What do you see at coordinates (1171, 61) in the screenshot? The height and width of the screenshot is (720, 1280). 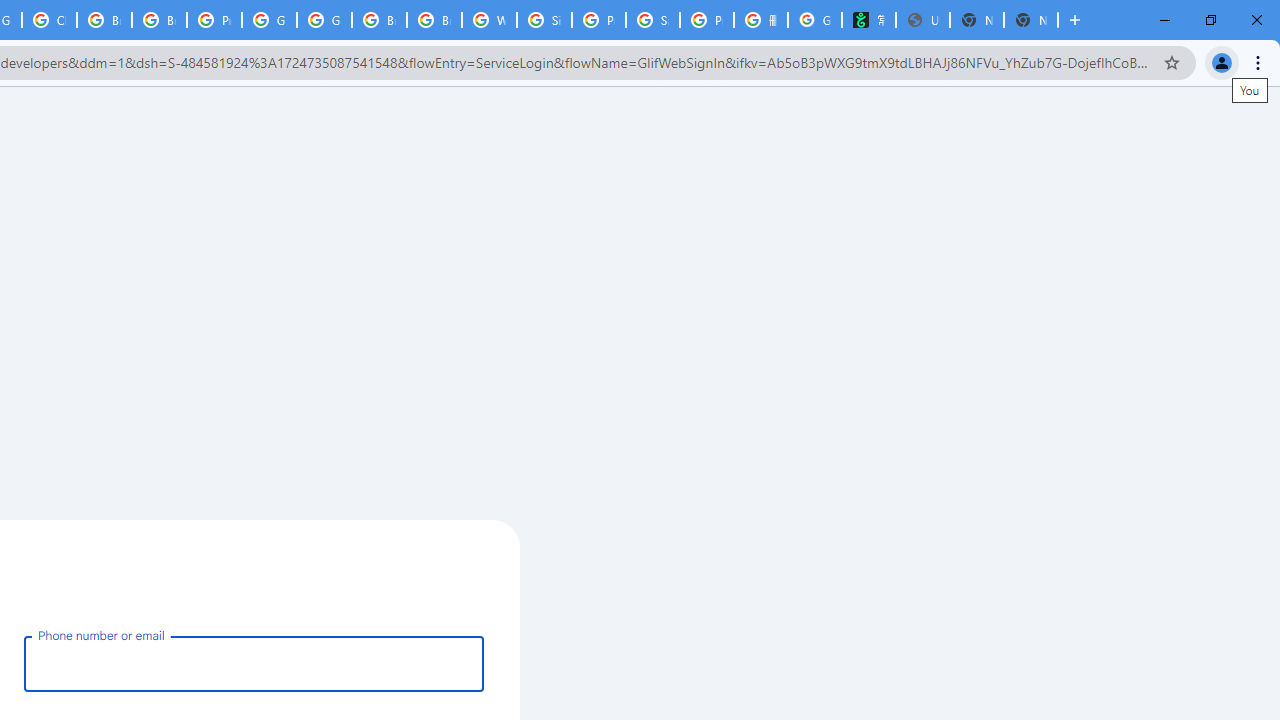 I see `'Bookmark this tab'` at bounding box center [1171, 61].